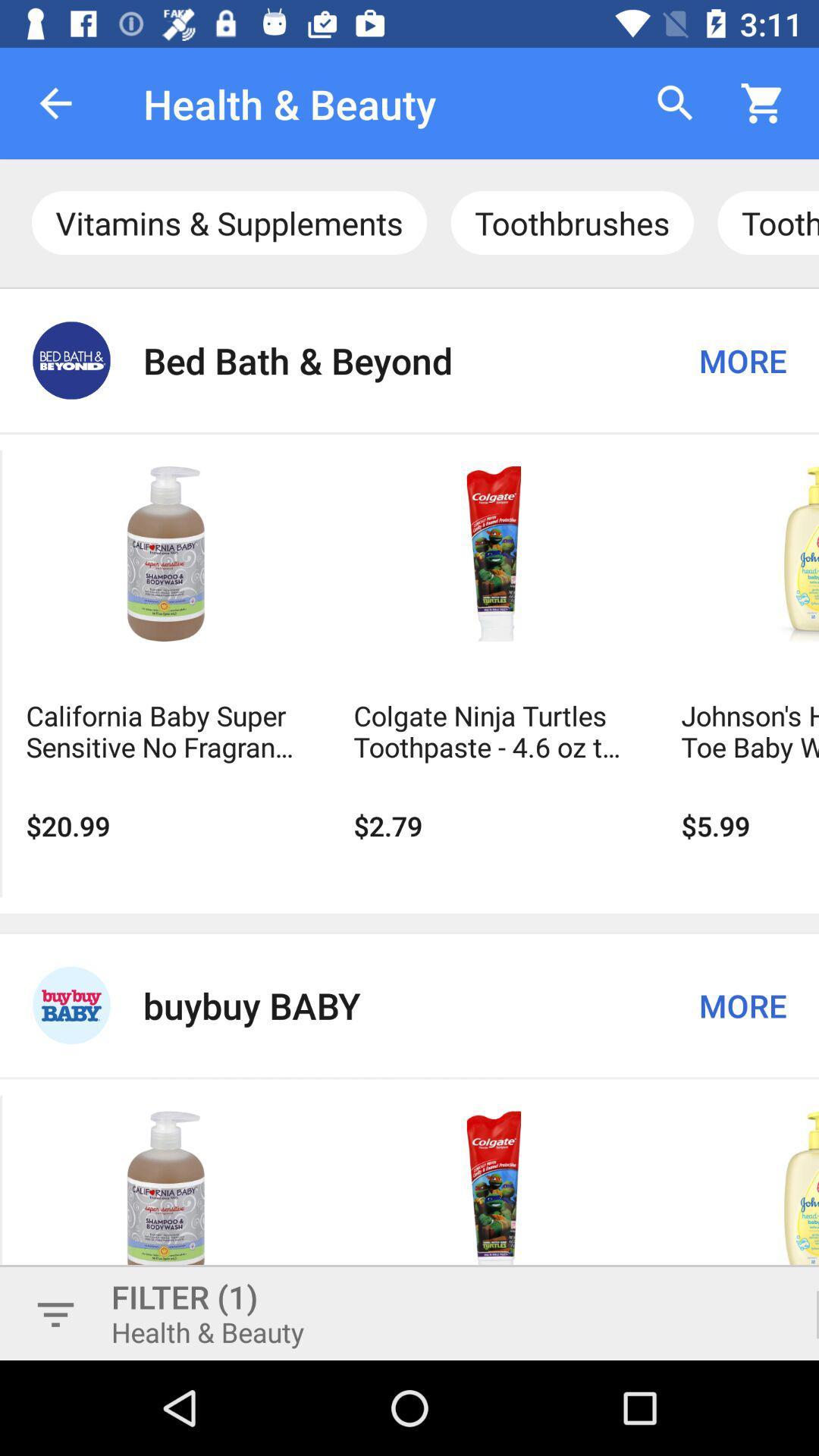  I want to click on the second image below buybuy baby, so click(494, 1198).